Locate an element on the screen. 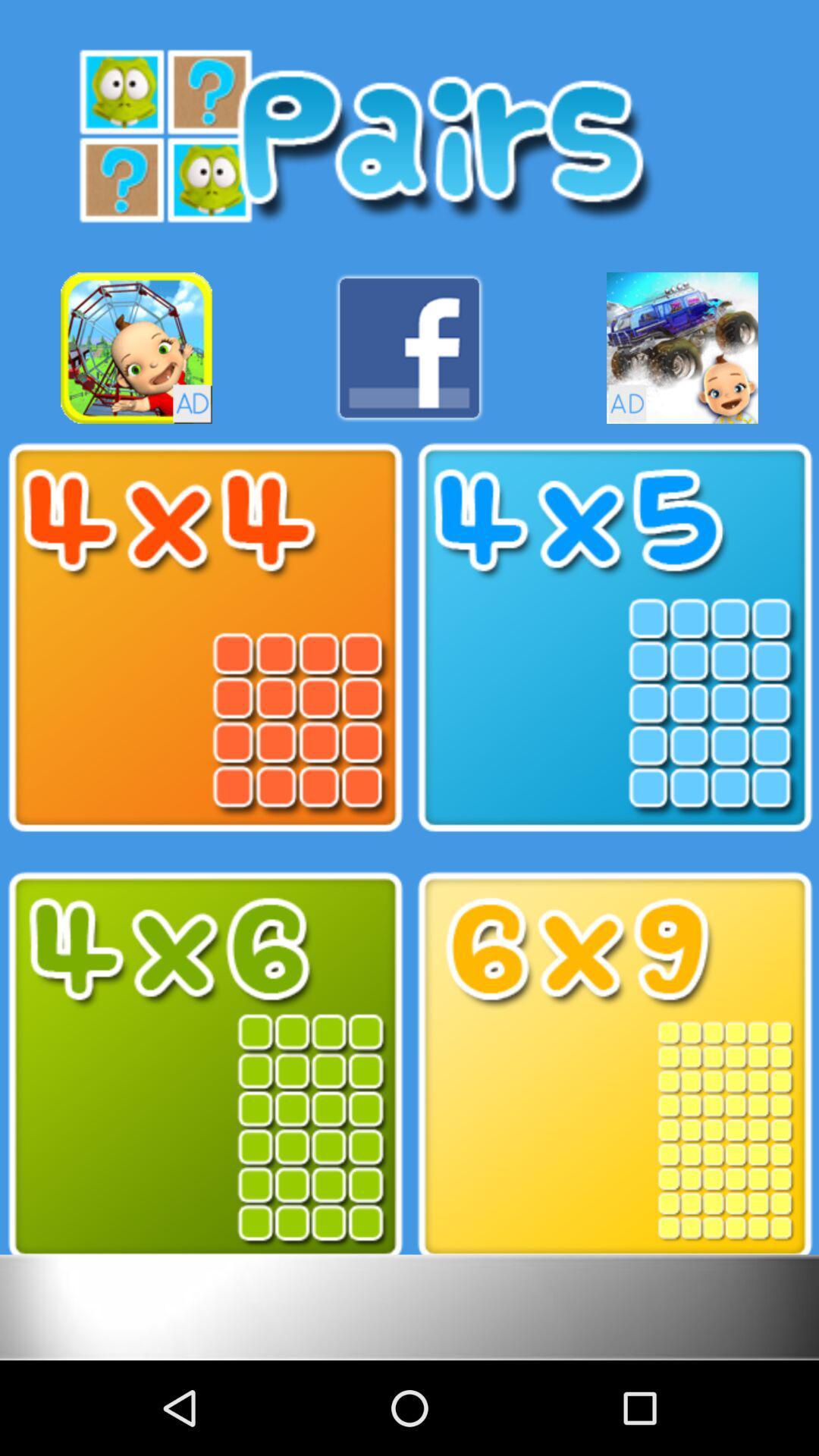  check to facebook is located at coordinates (409, 347).